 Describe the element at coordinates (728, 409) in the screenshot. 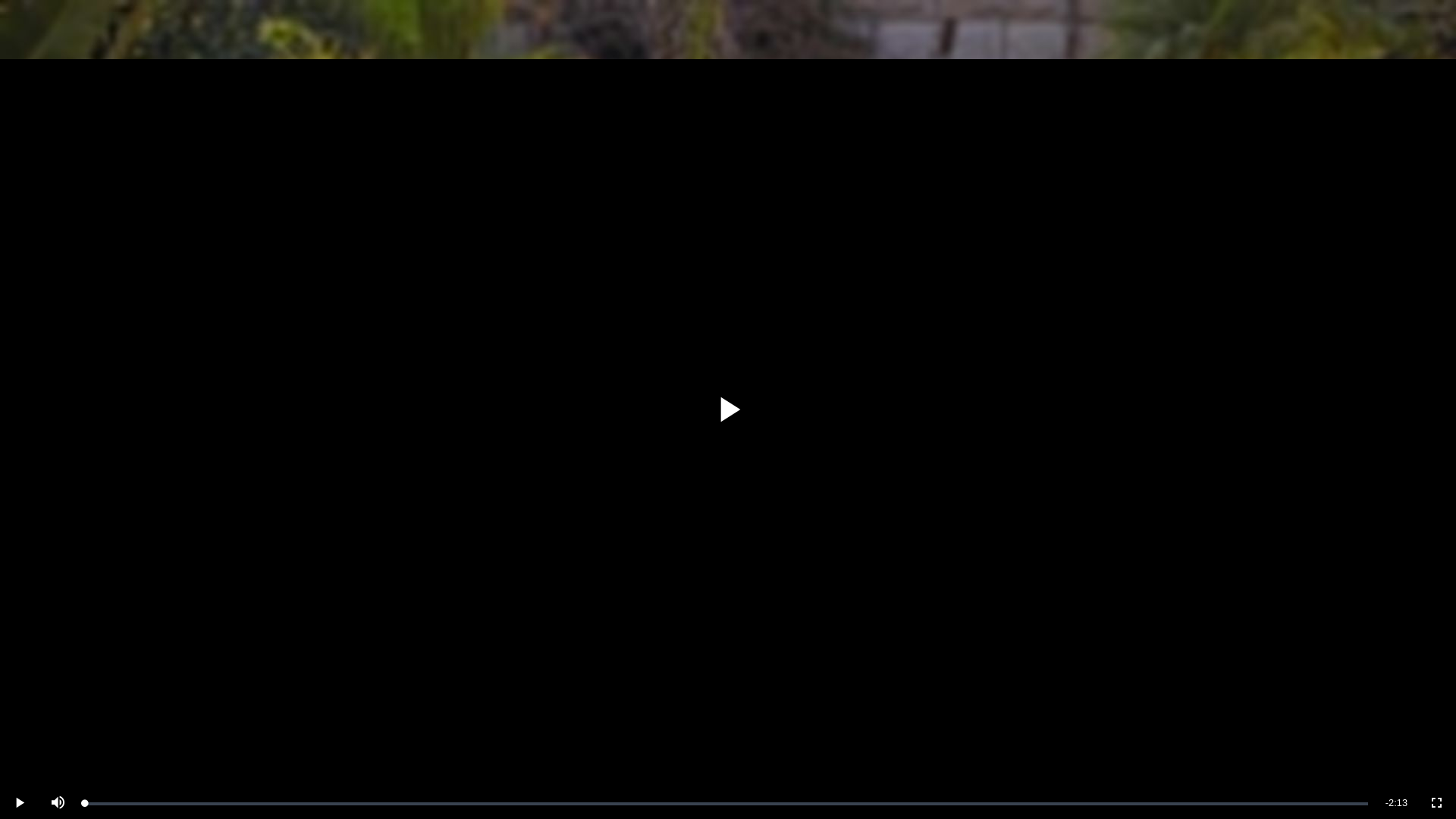

I see `'Play Video'` at that location.